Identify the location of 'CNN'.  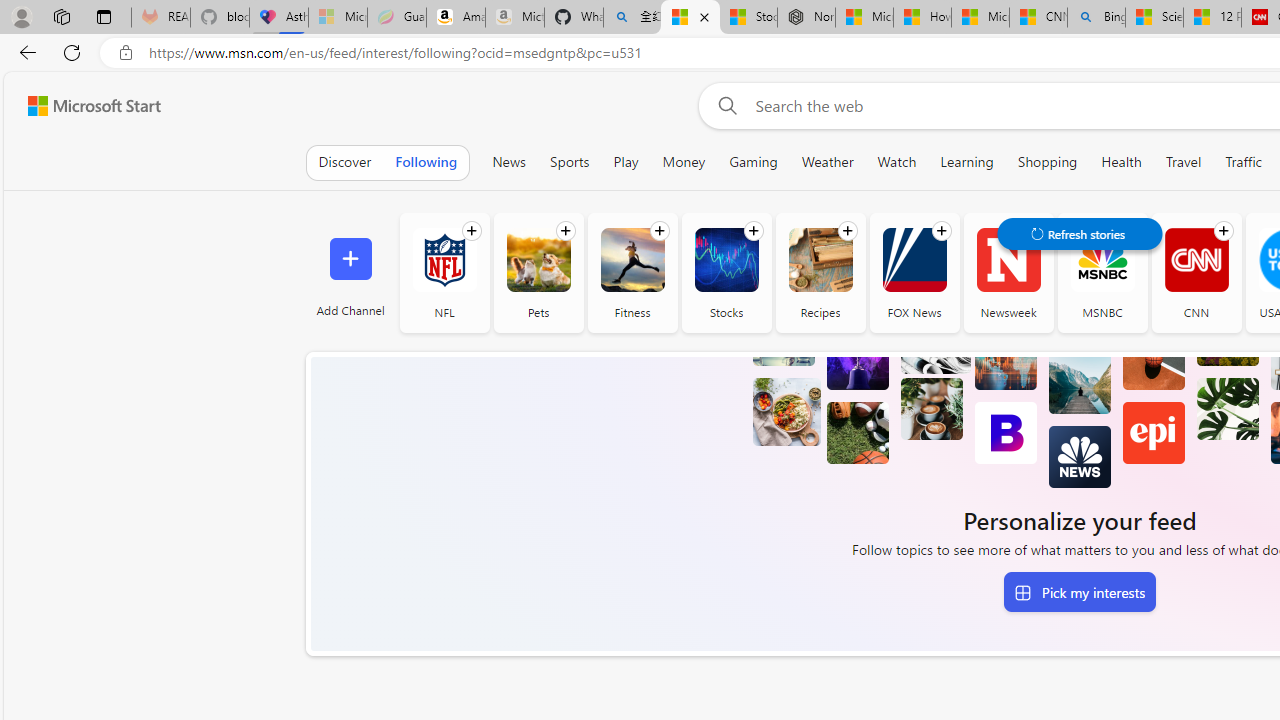
(1196, 272).